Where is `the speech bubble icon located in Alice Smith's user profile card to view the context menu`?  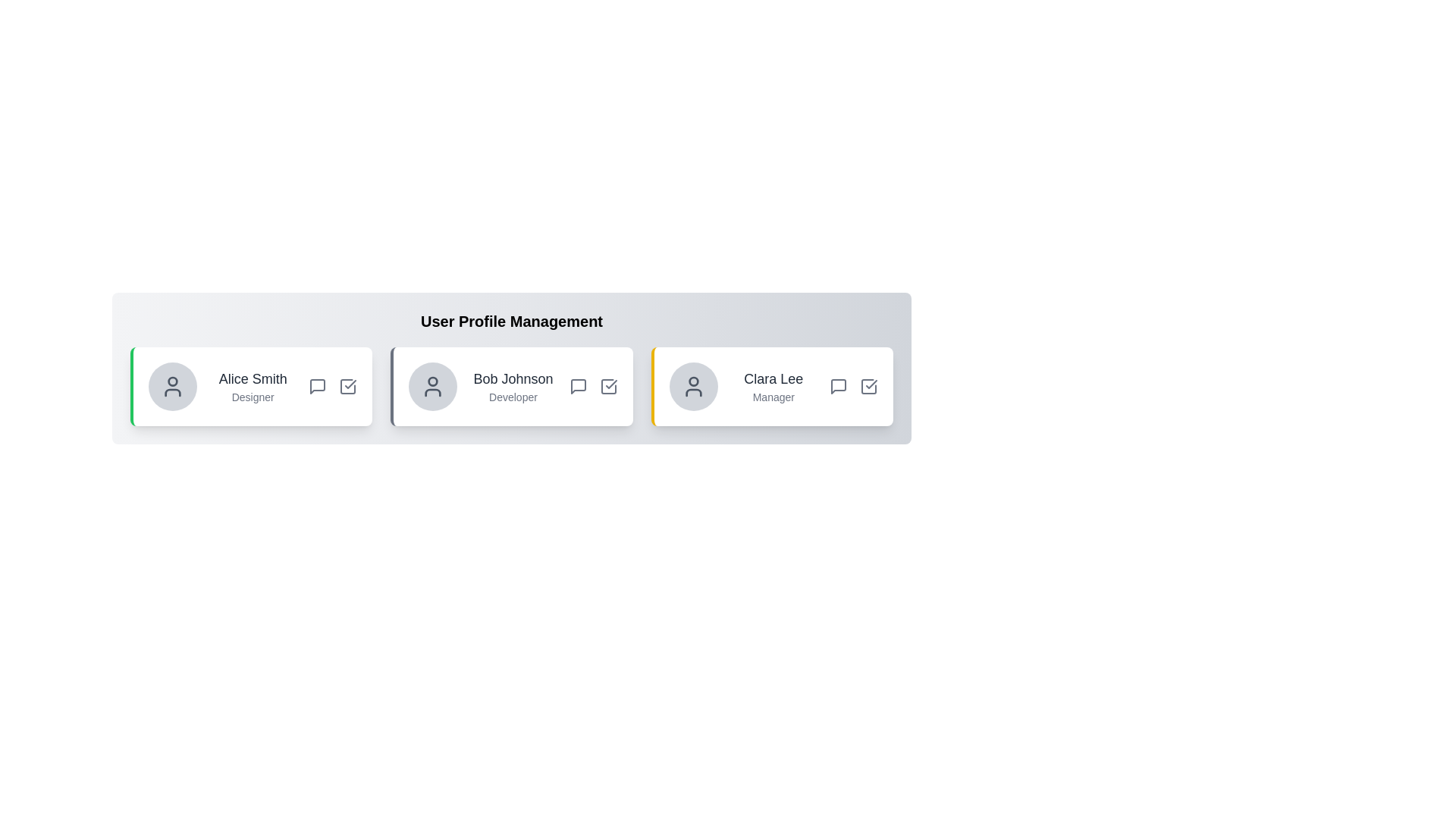 the speech bubble icon located in Alice Smith's user profile card to view the context menu is located at coordinates (317, 385).